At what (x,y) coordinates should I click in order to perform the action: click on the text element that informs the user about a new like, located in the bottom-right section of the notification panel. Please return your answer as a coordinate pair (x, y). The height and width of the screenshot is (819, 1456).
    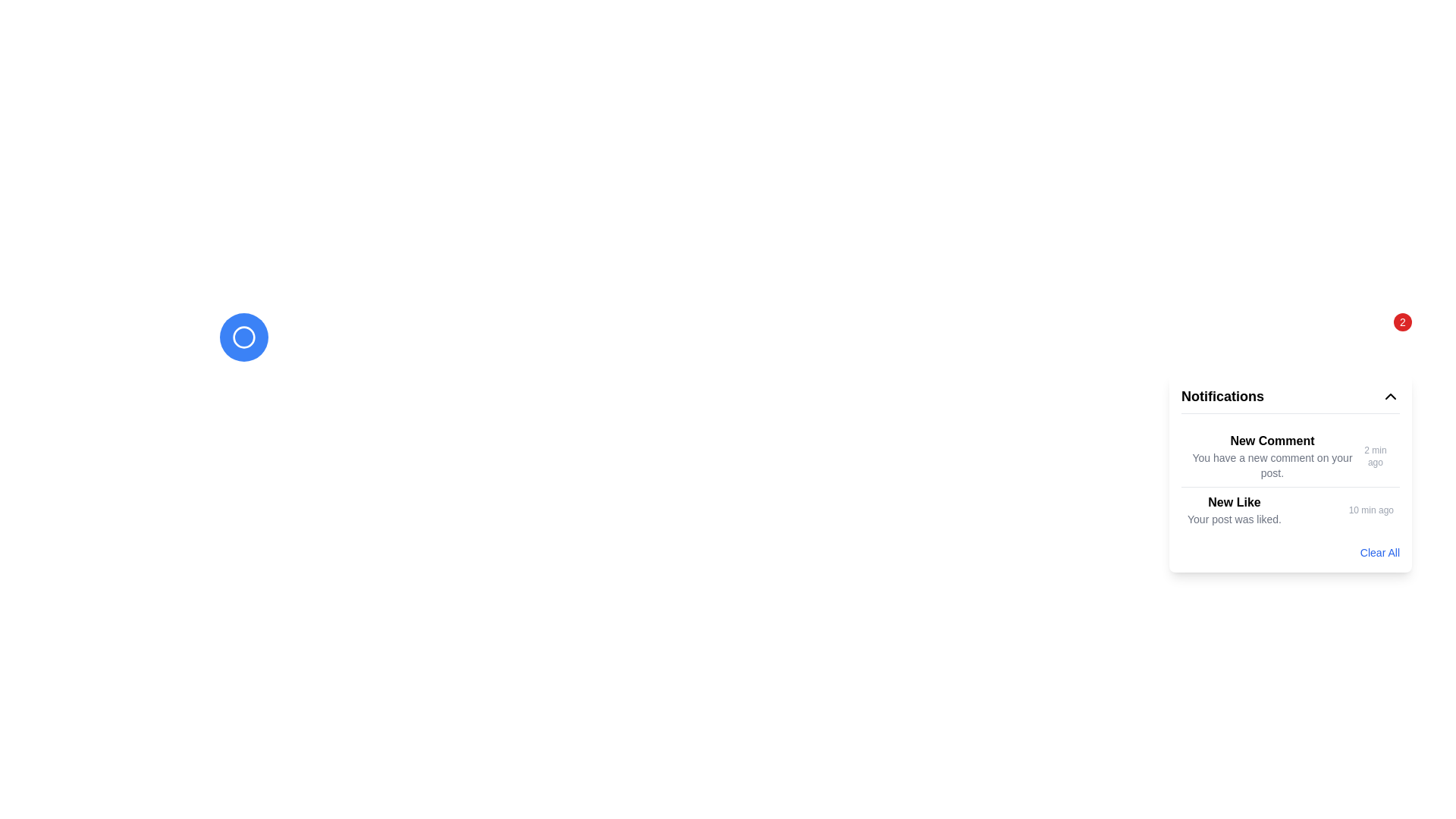
    Looking at the image, I should click on (1234, 519).